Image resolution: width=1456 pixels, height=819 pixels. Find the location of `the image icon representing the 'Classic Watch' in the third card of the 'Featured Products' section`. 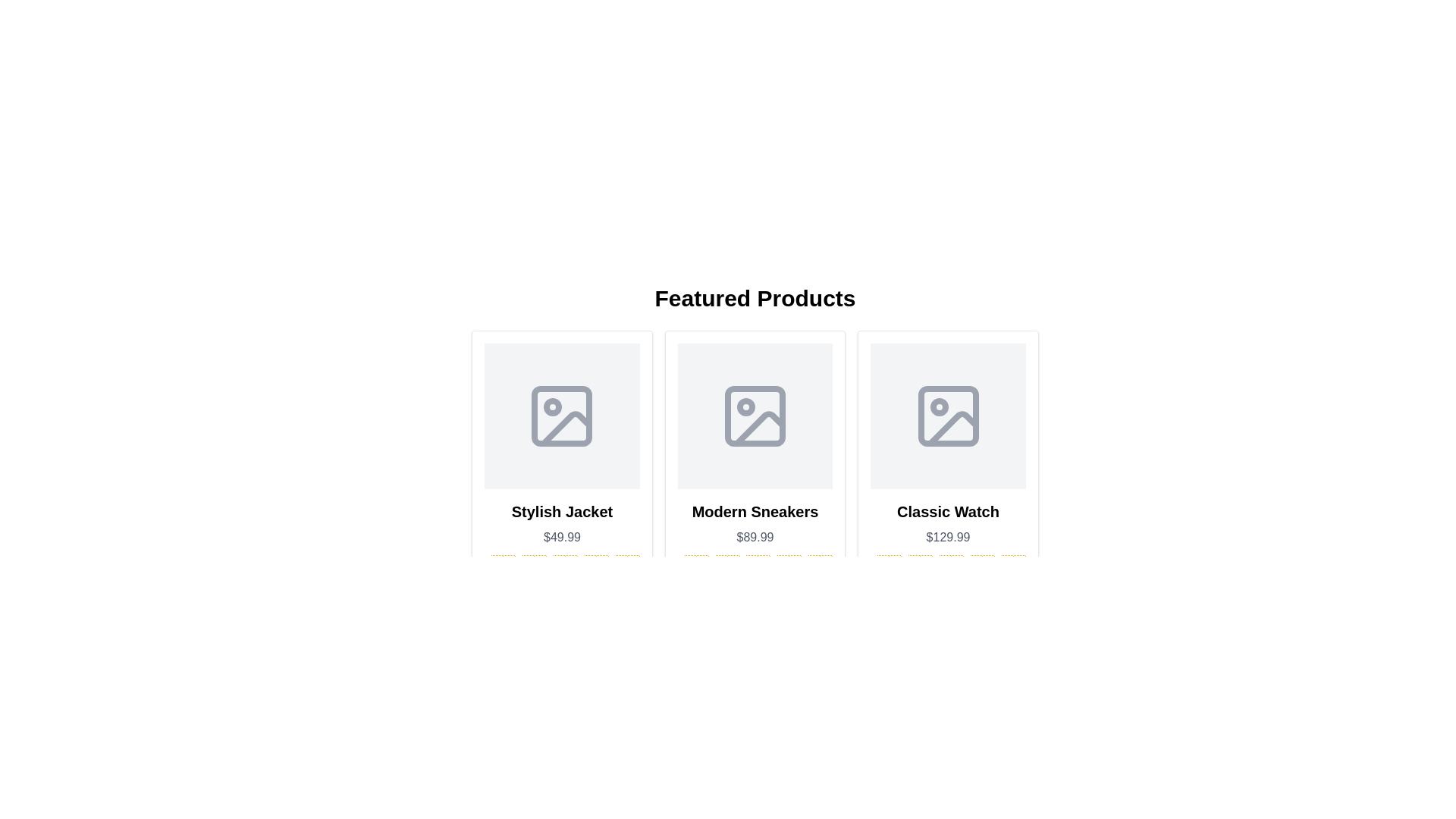

the image icon representing the 'Classic Watch' in the third card of the 'Featured Products' section is located at coordinates (947, 416).